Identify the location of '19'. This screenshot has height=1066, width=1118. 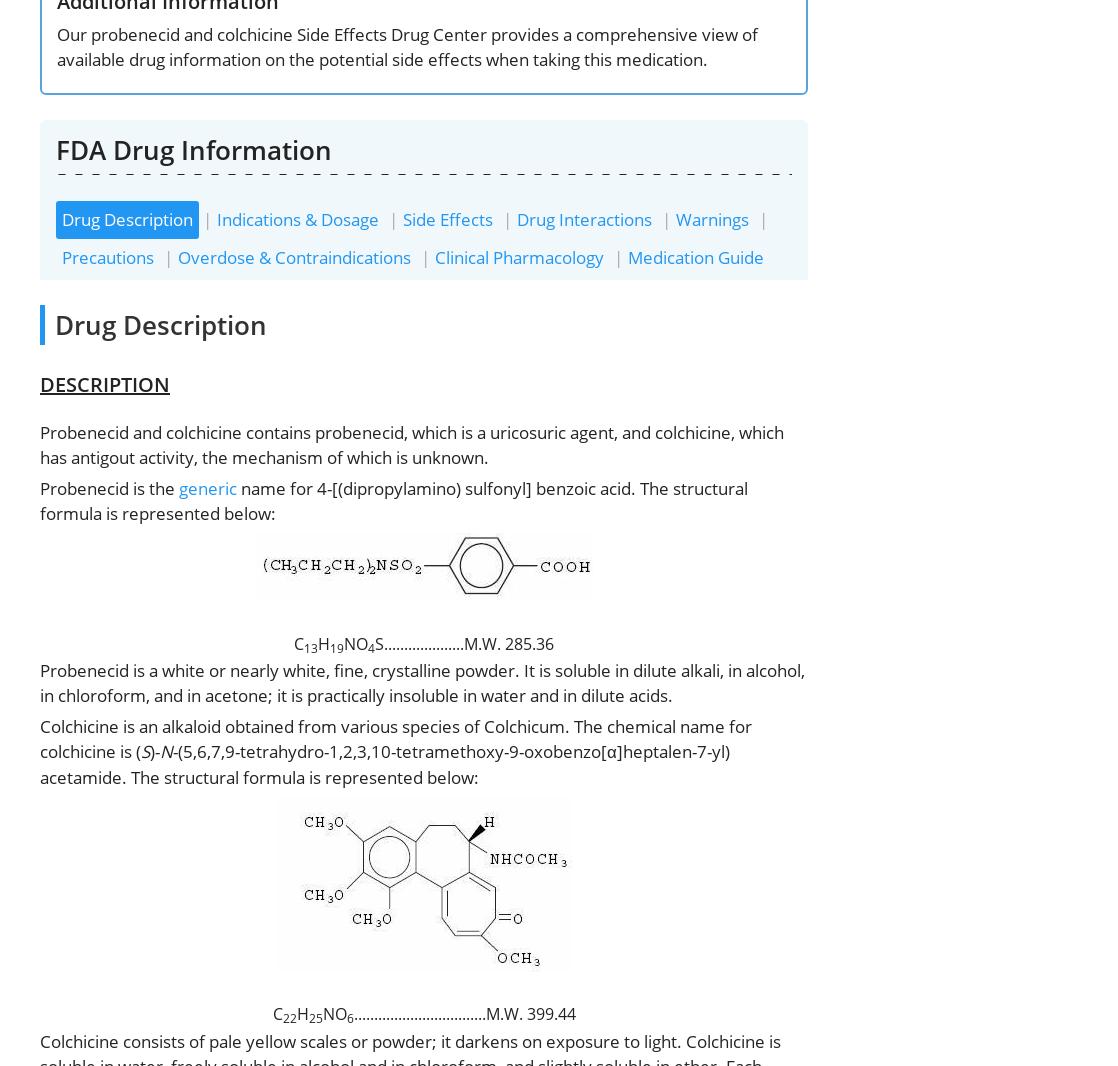
(335, 646).